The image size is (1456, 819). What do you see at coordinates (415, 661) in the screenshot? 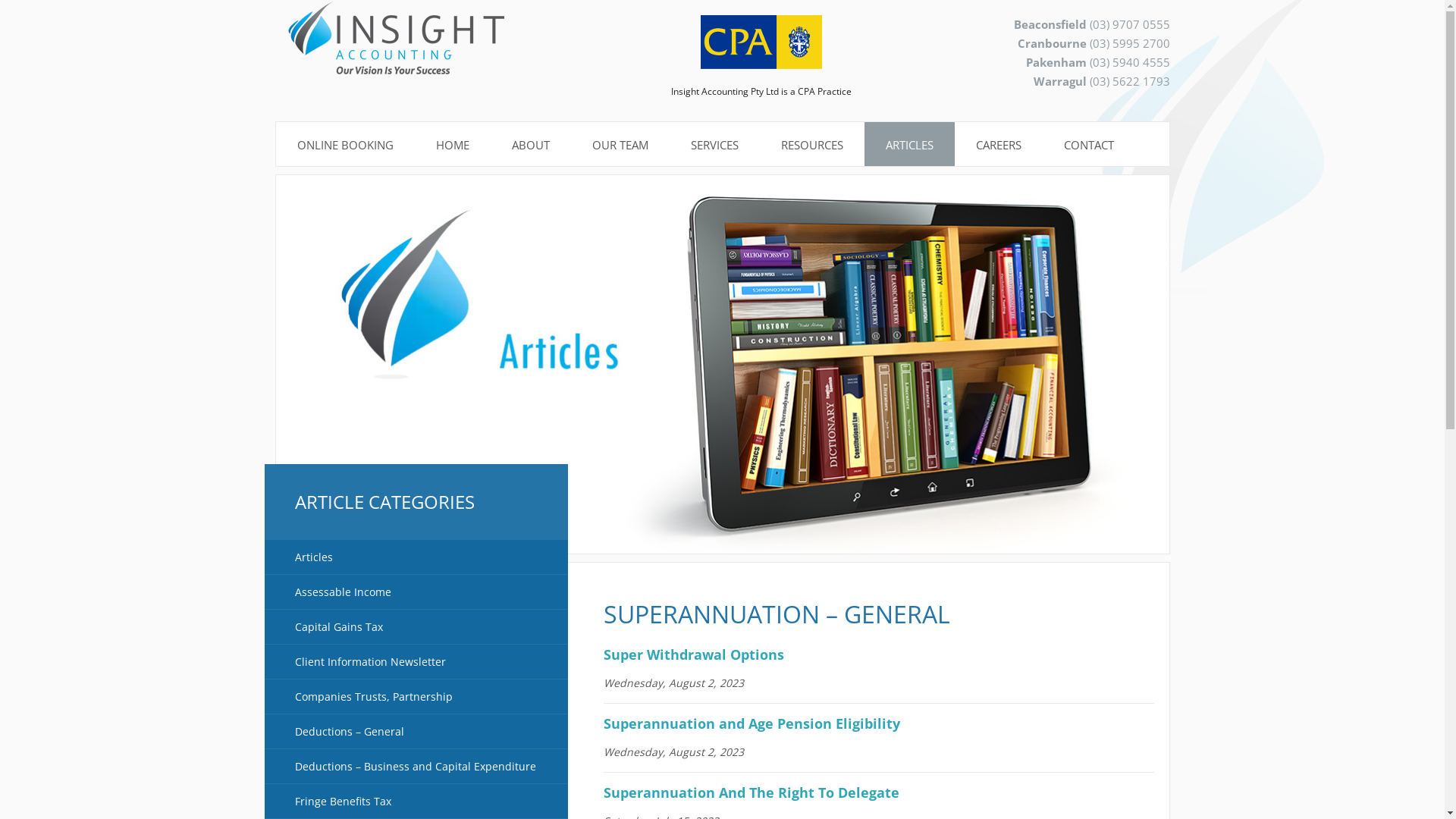
I see `'Client Information Newsletter'` at bounding box center [415, 661].